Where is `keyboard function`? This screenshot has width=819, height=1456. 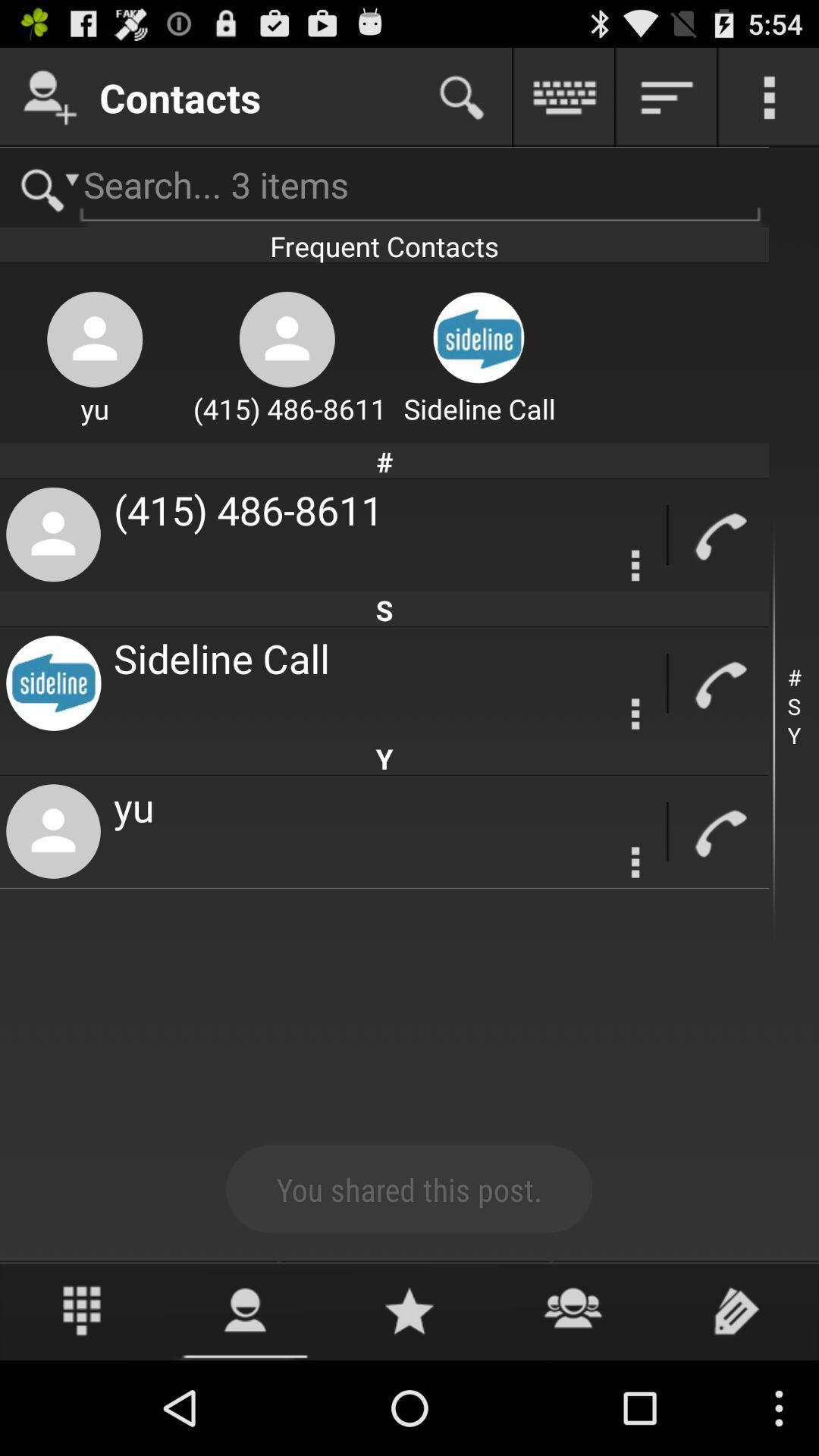 keyboard function is located at coordinates (564, 96).